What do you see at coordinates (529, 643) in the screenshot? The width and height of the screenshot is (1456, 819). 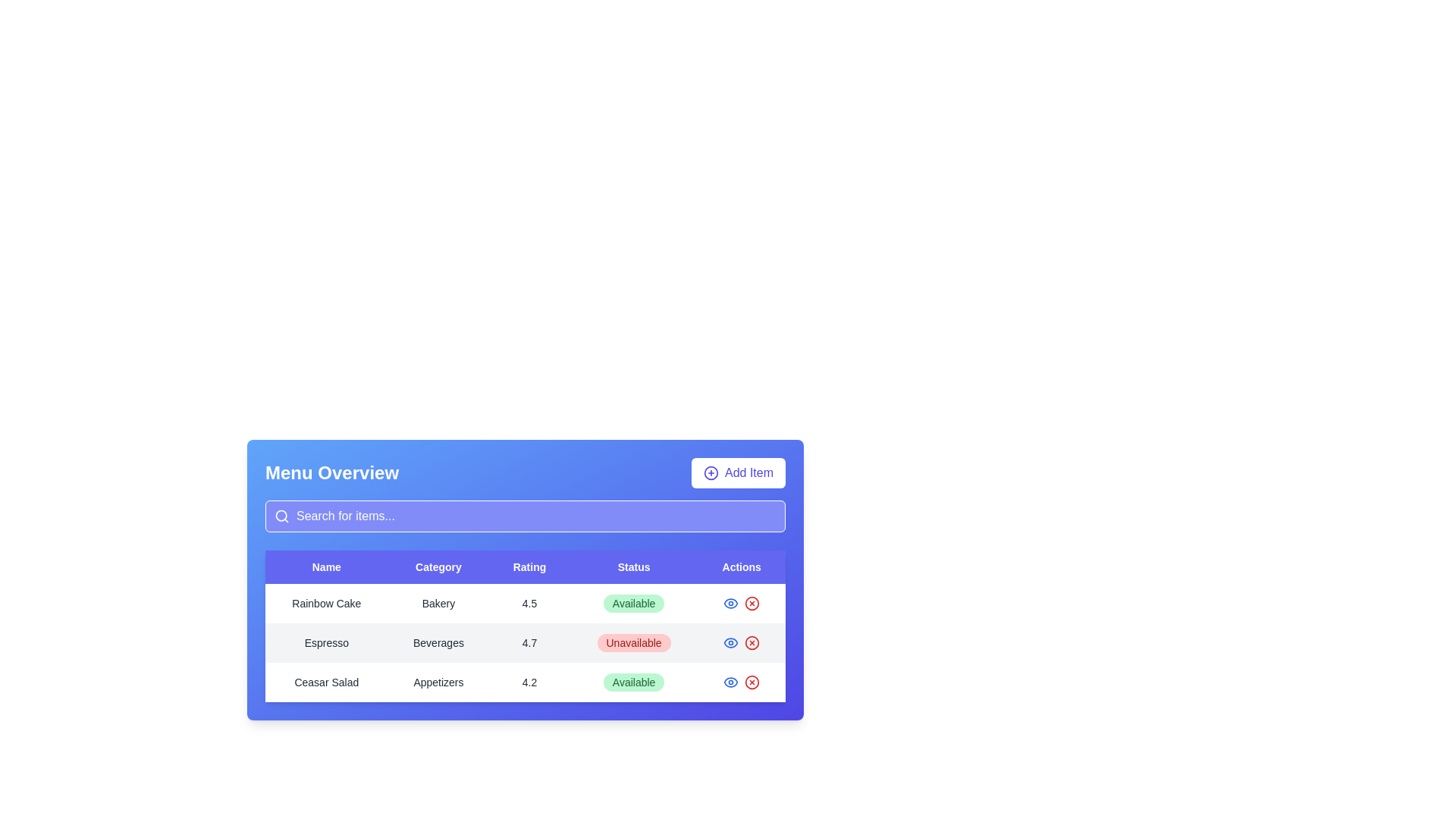 I see `the text element displaying the rating '4.7' for 'Espresso' in the second row and third column of the table` at bounding box center [529, 643].